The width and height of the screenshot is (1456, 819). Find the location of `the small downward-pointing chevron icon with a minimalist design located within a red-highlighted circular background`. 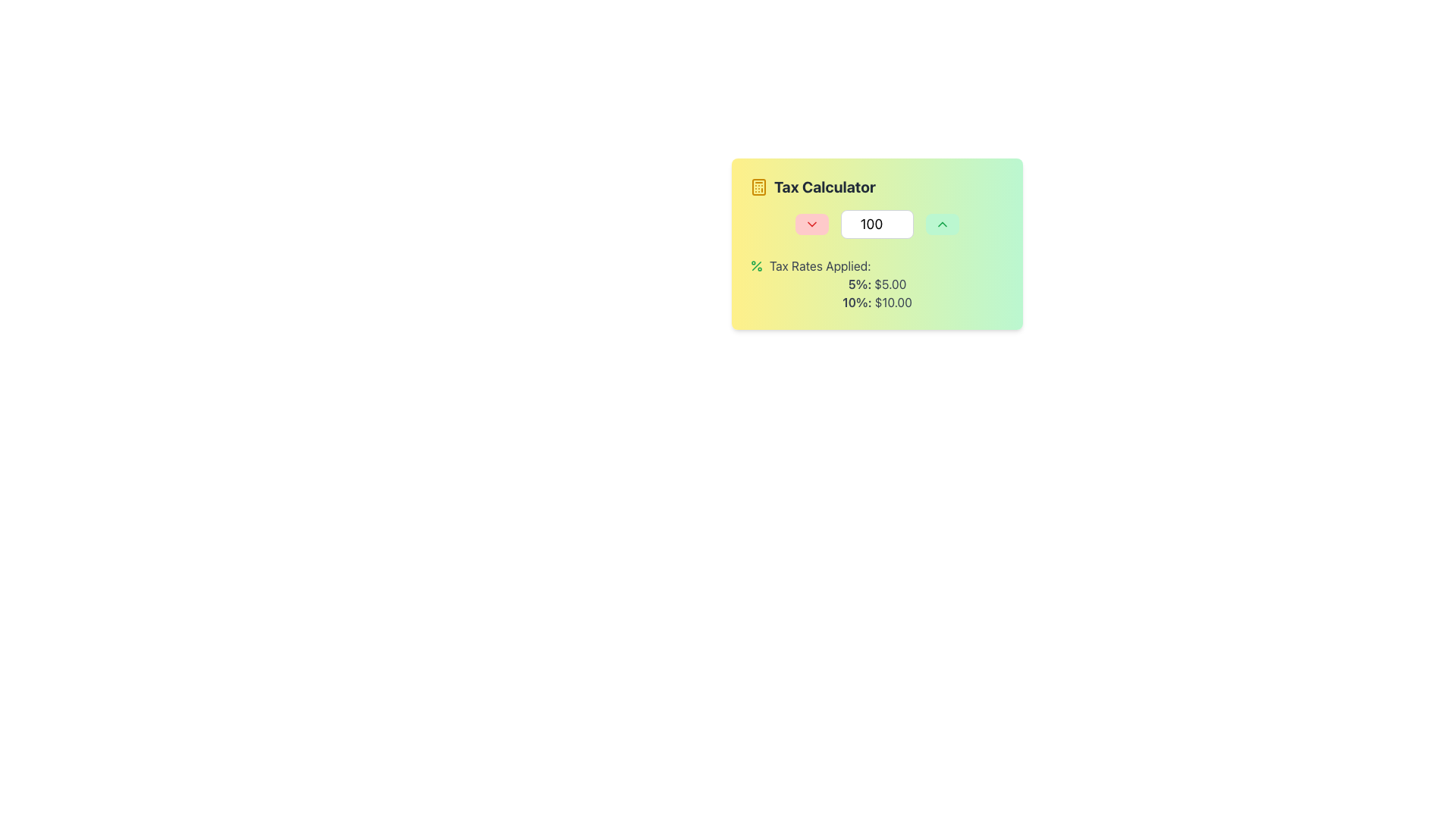

the small downward-pointing chevron icon with a minimalist design located within a red-highlighted circular background is located at coordinates (811, 224).